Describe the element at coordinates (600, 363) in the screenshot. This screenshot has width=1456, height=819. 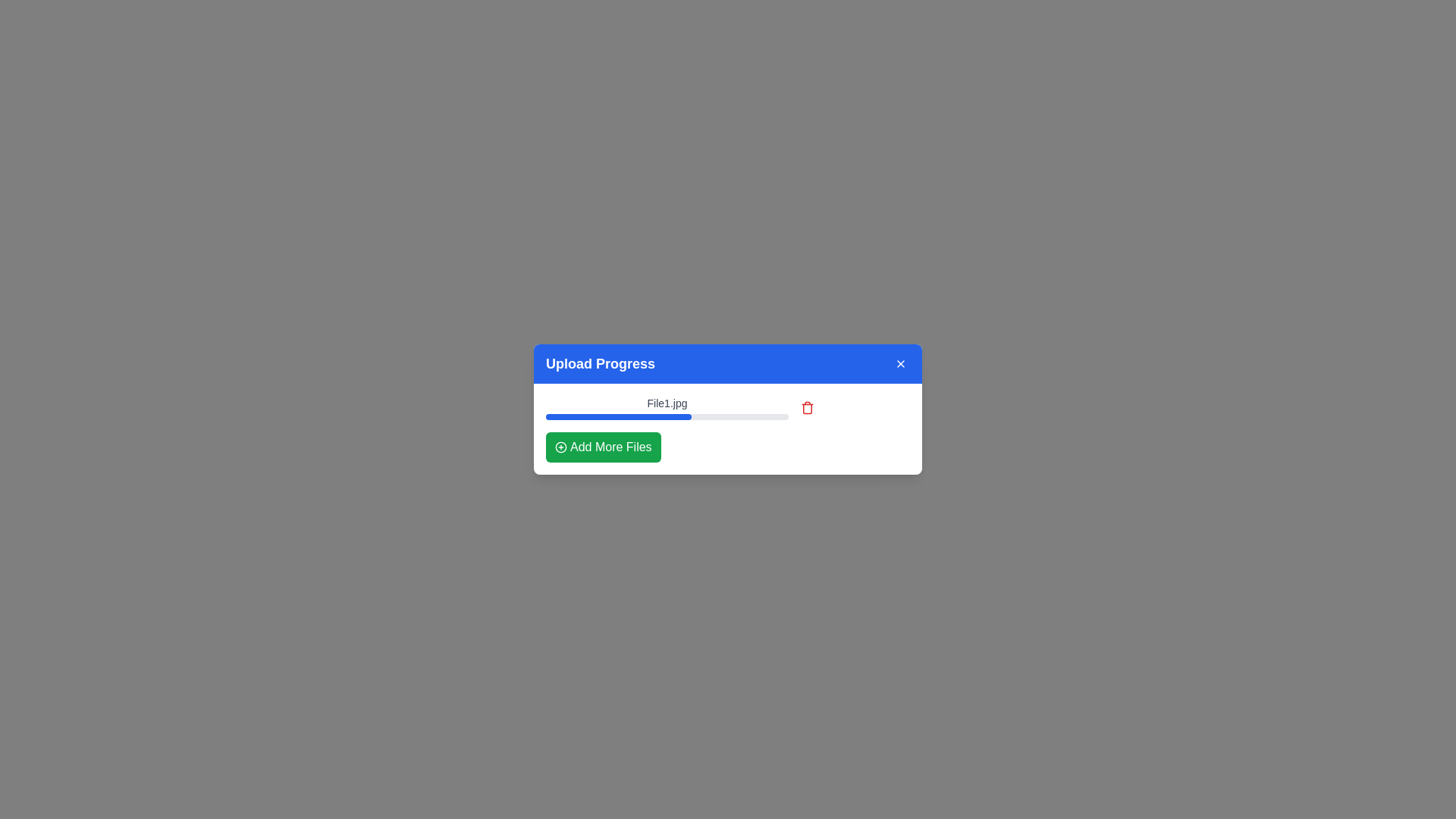
I see `the 'Upload Progress' text label, which is styled in bold font and white color on a blue background, located at the top of a modal component` at that location.